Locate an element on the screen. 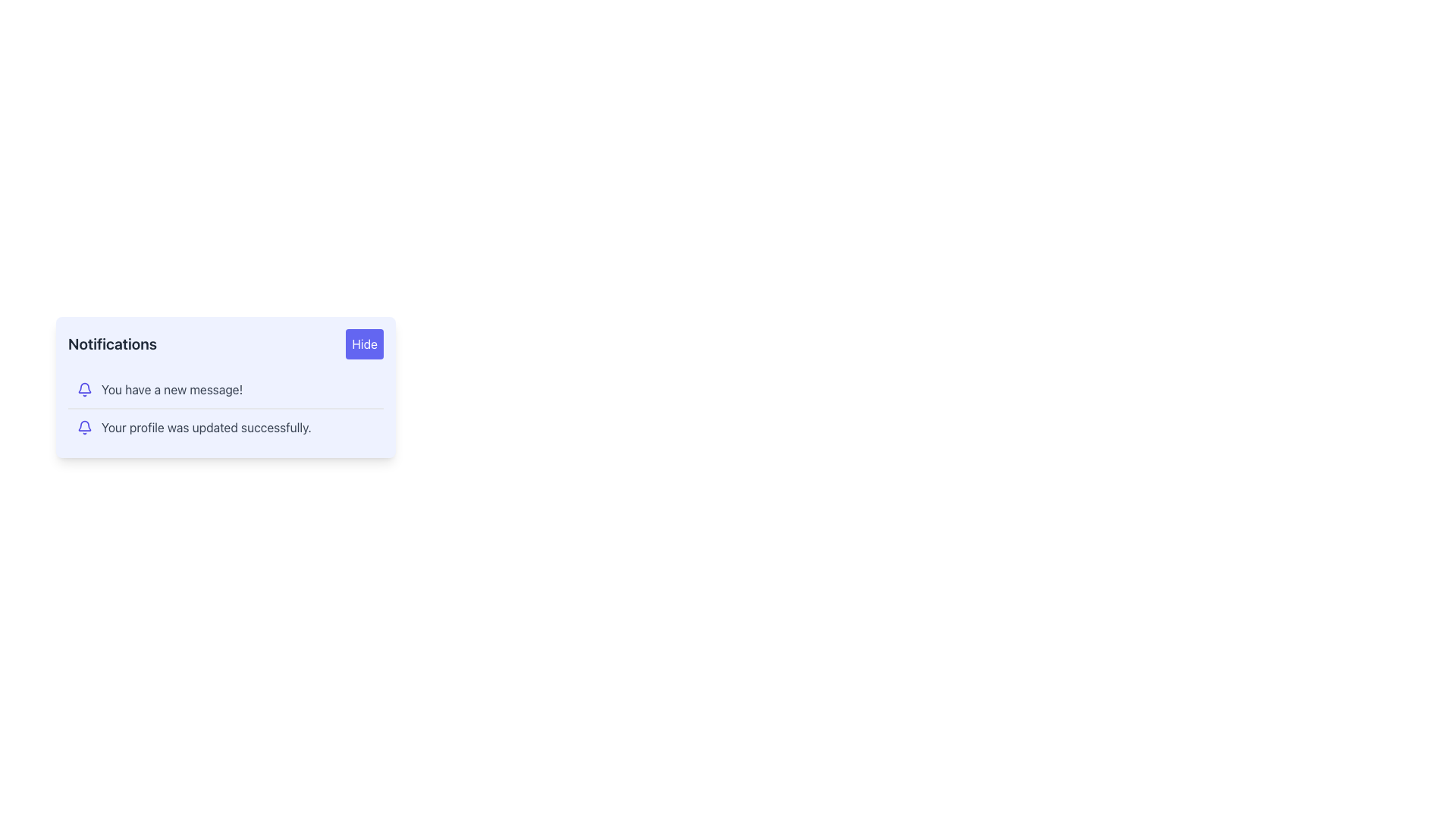 This screenshot has width=1456, height=819. notification message that says 'You have a new message!' which is the first item in the list of notifications is located at coordinates (224, 388).